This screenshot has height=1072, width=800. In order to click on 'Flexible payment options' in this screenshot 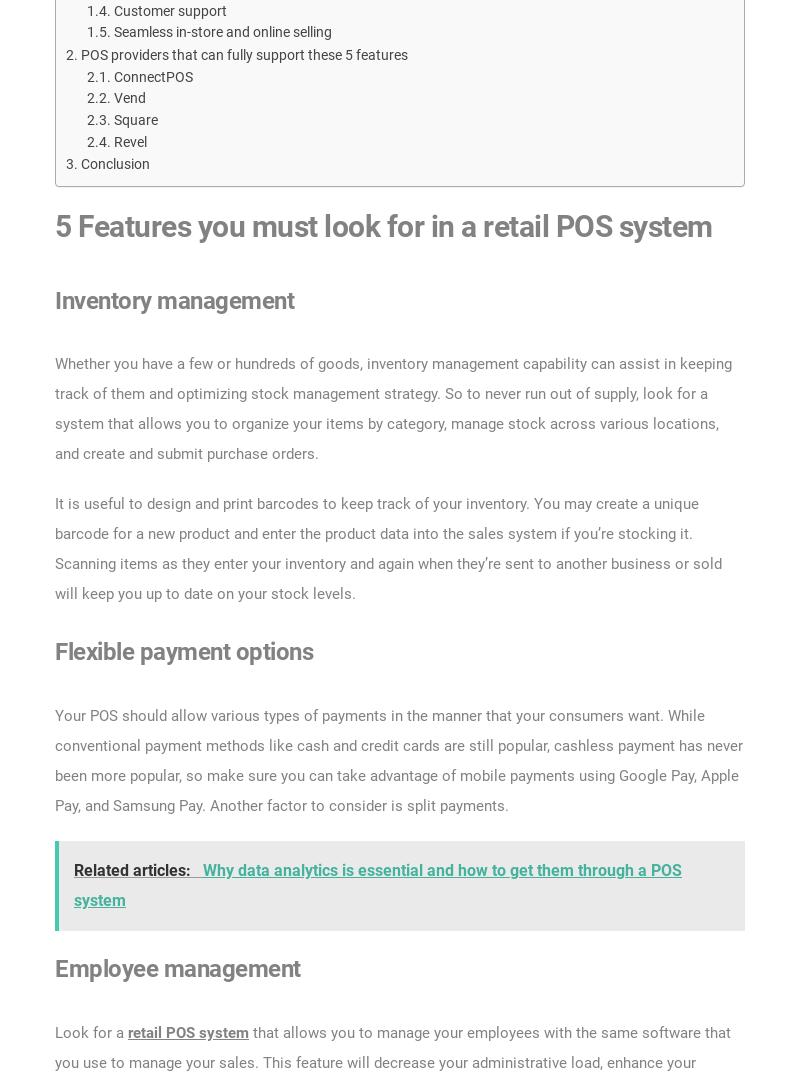, I will do `click(185, 651)`.